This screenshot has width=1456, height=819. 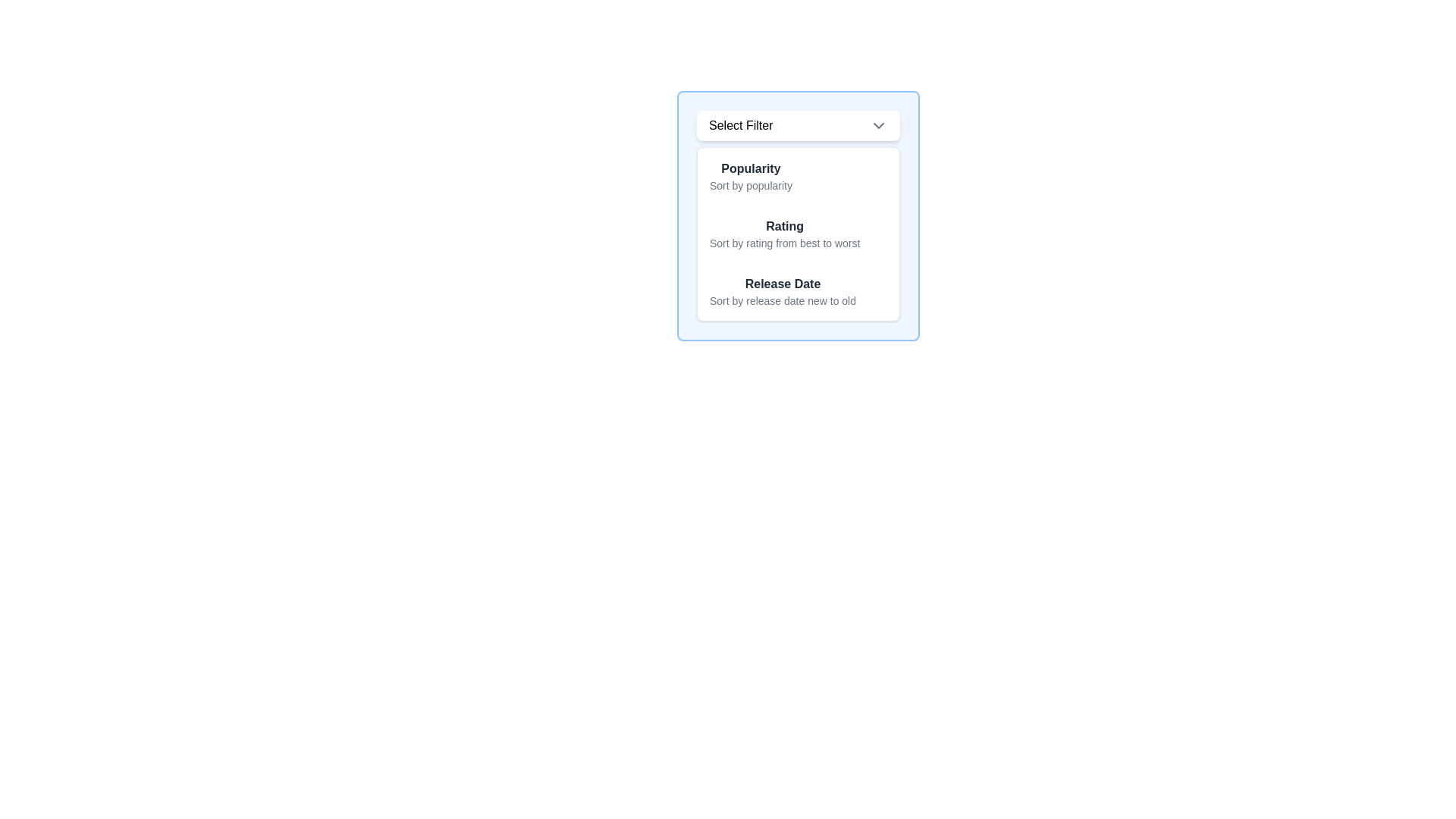 I want to click on the third dropdown item labeled 'Release Date', so click(x=783, y=292).